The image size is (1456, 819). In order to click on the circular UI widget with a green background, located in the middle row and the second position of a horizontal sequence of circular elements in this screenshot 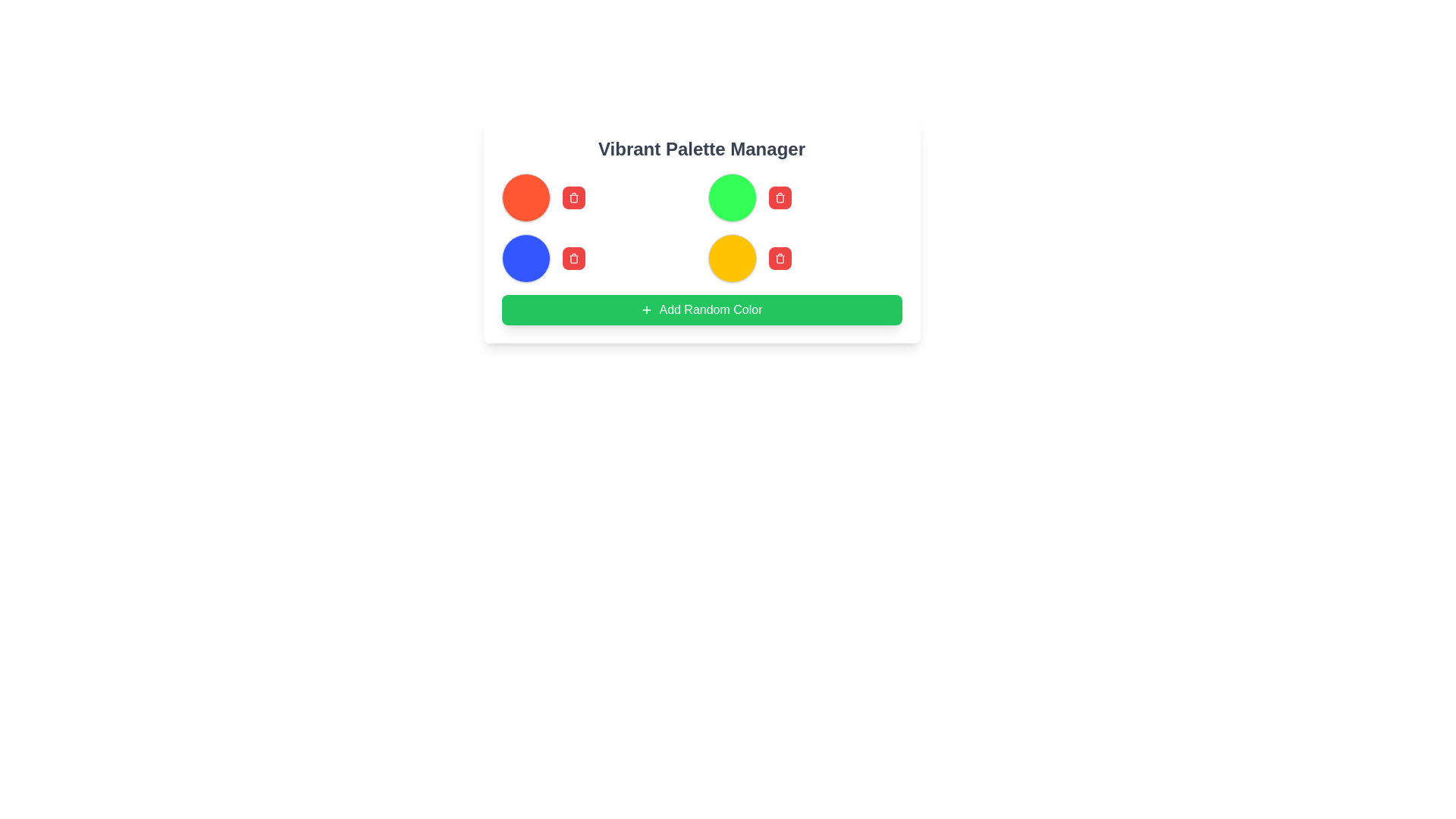, I will do `click(732, 197)`.